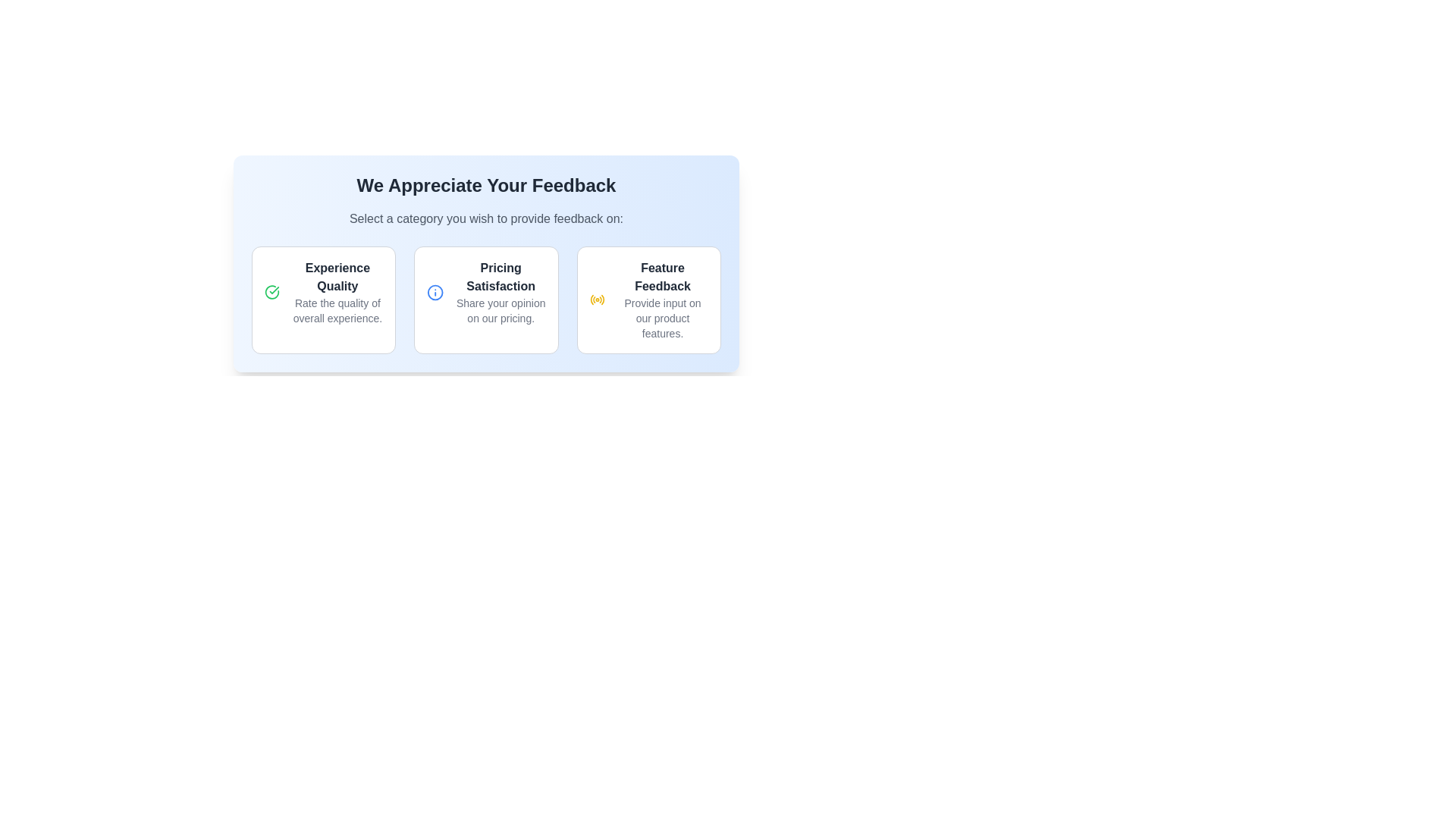  What do you see at coordinates (337, 309) in the screenshot?
I see `the 'Experience Quality' section by targeting the descriptive text label located beneath the title 'Experience Quality' in the leftmost column of the layout` at bounding box center [337, 309].